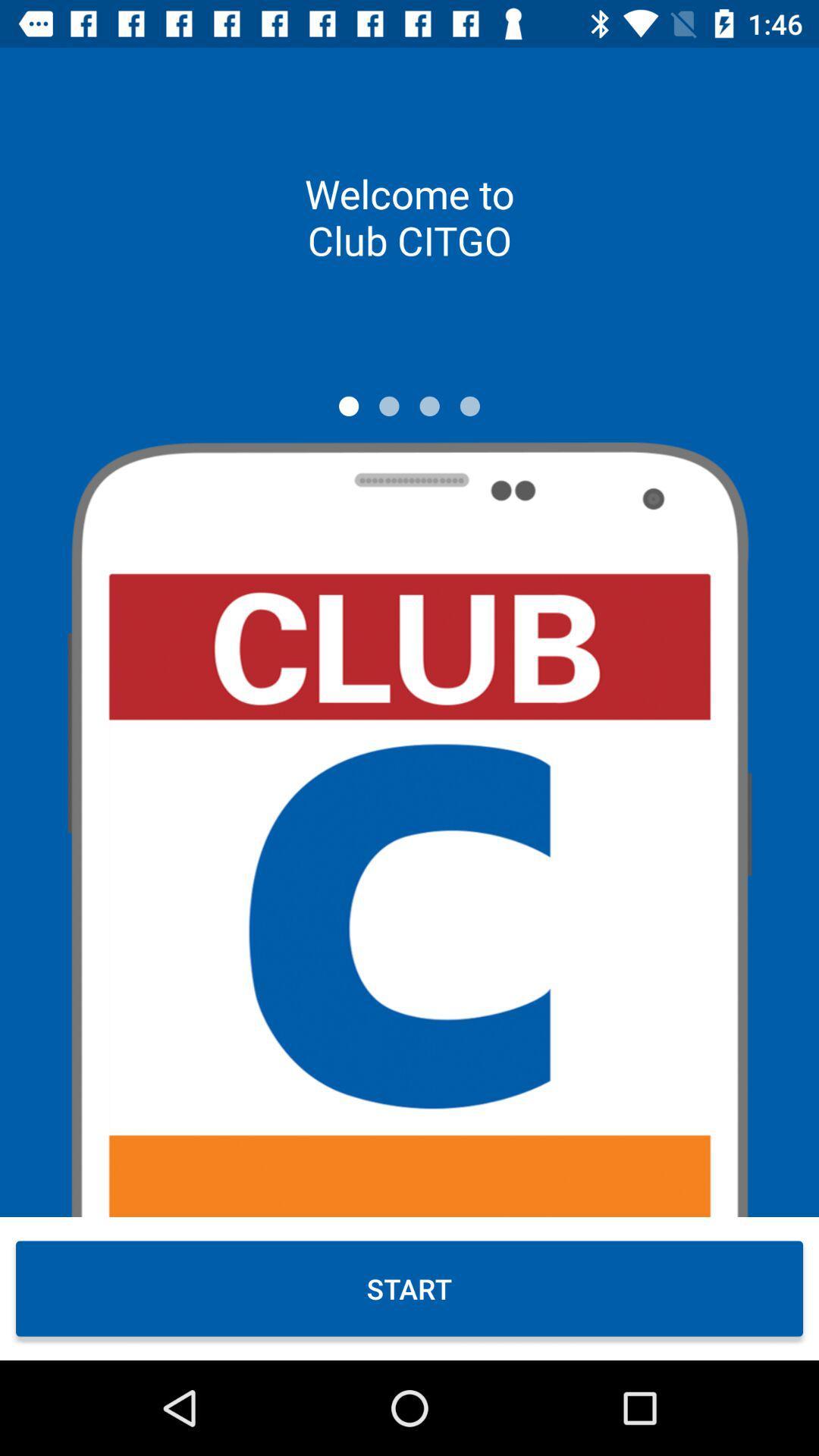  I want to click on move to page, so click(469, 406).